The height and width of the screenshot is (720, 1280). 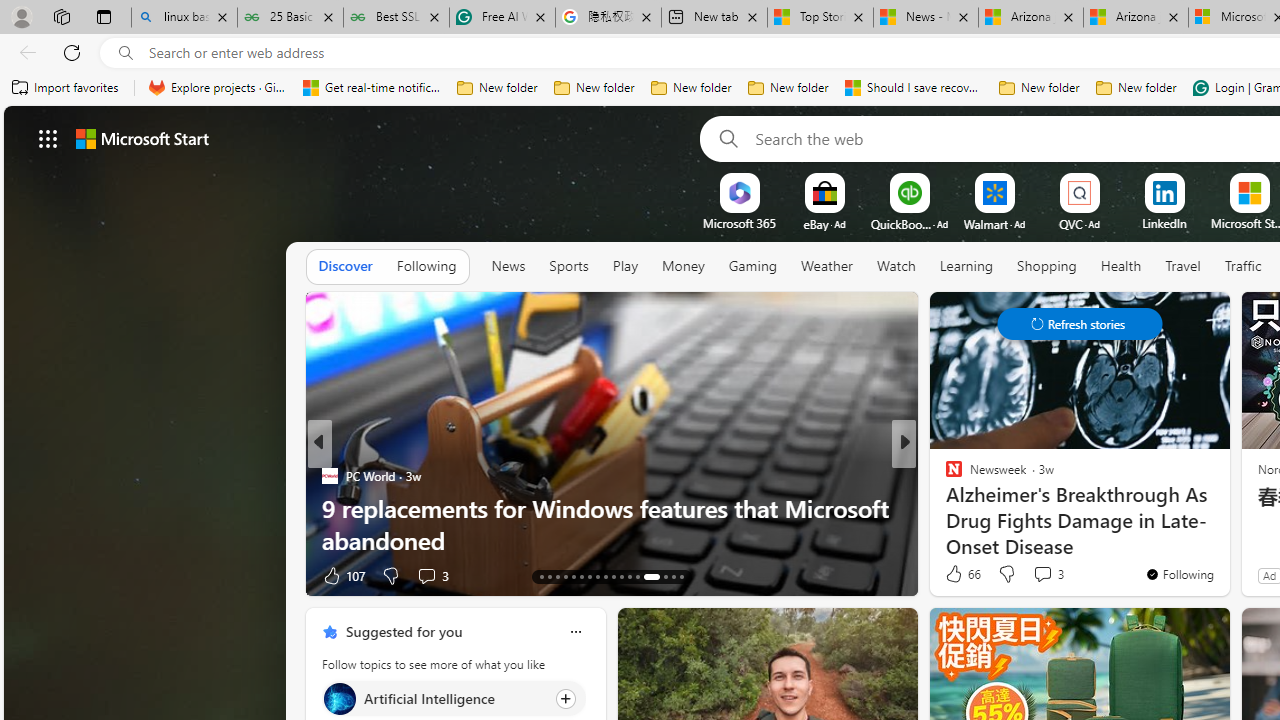 I want to click on 'Health', so click(x=1121, y=265).